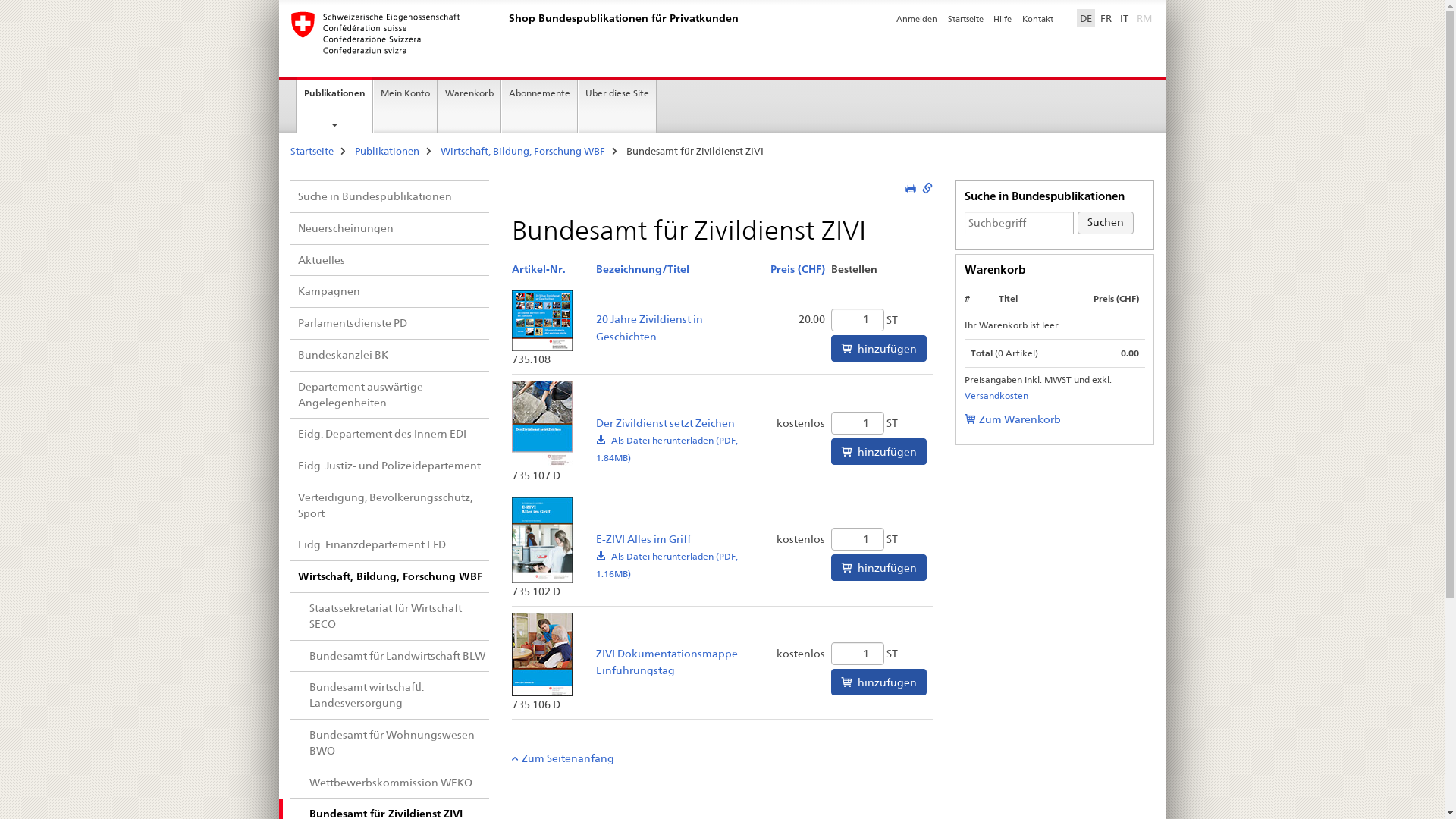 The image size is (1456, 819). I want to click on 'Anmelden', so click(916, 18).